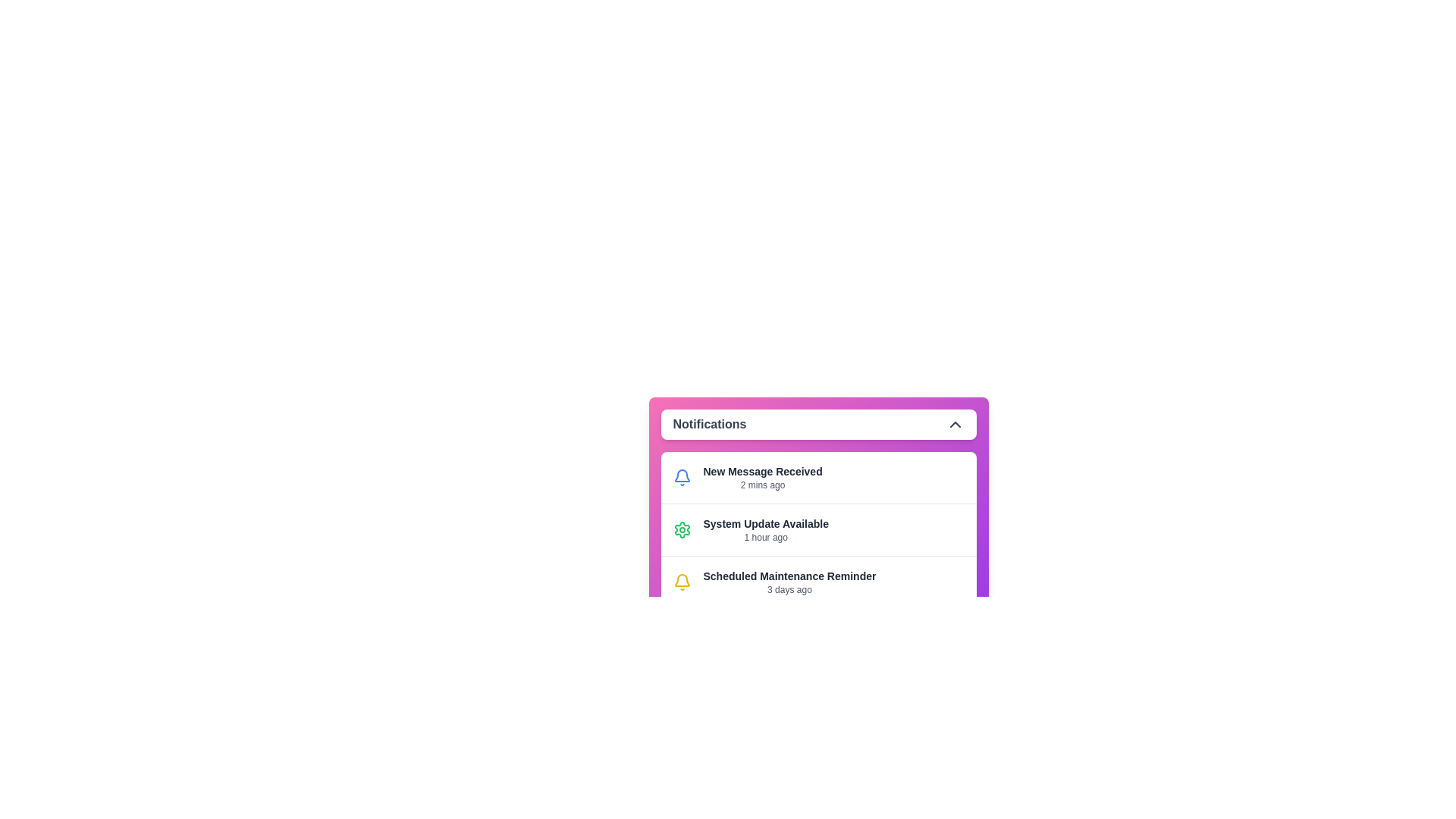 This screenshot has height=819, width=1456. I want to click on the Toggle Header element that allows users to expand or collapse the notification details, so click(817, 424).